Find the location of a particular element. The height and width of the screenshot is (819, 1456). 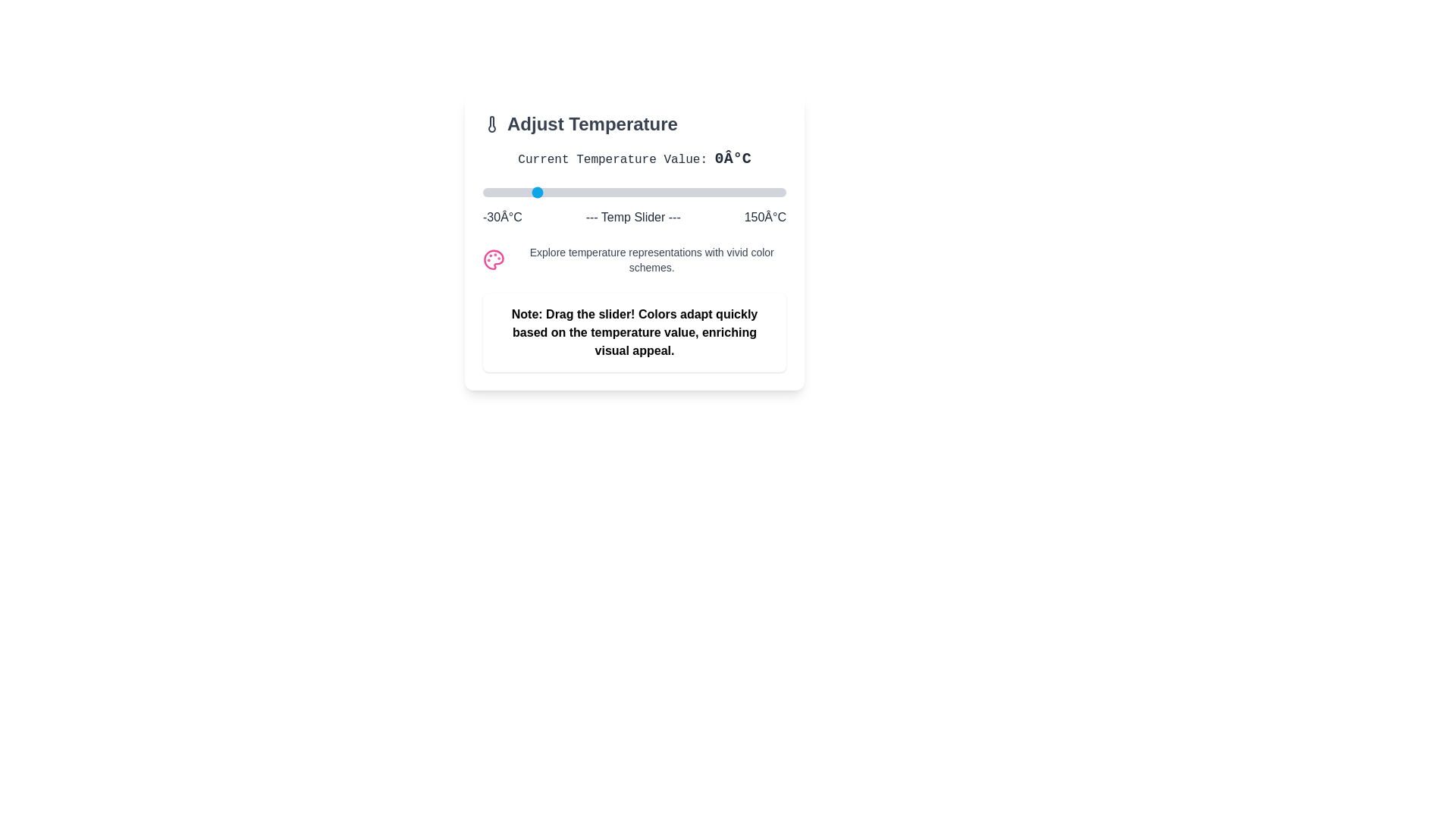

the temperature slider to set the temperature to 70°C is located at coordinates (651, 192).